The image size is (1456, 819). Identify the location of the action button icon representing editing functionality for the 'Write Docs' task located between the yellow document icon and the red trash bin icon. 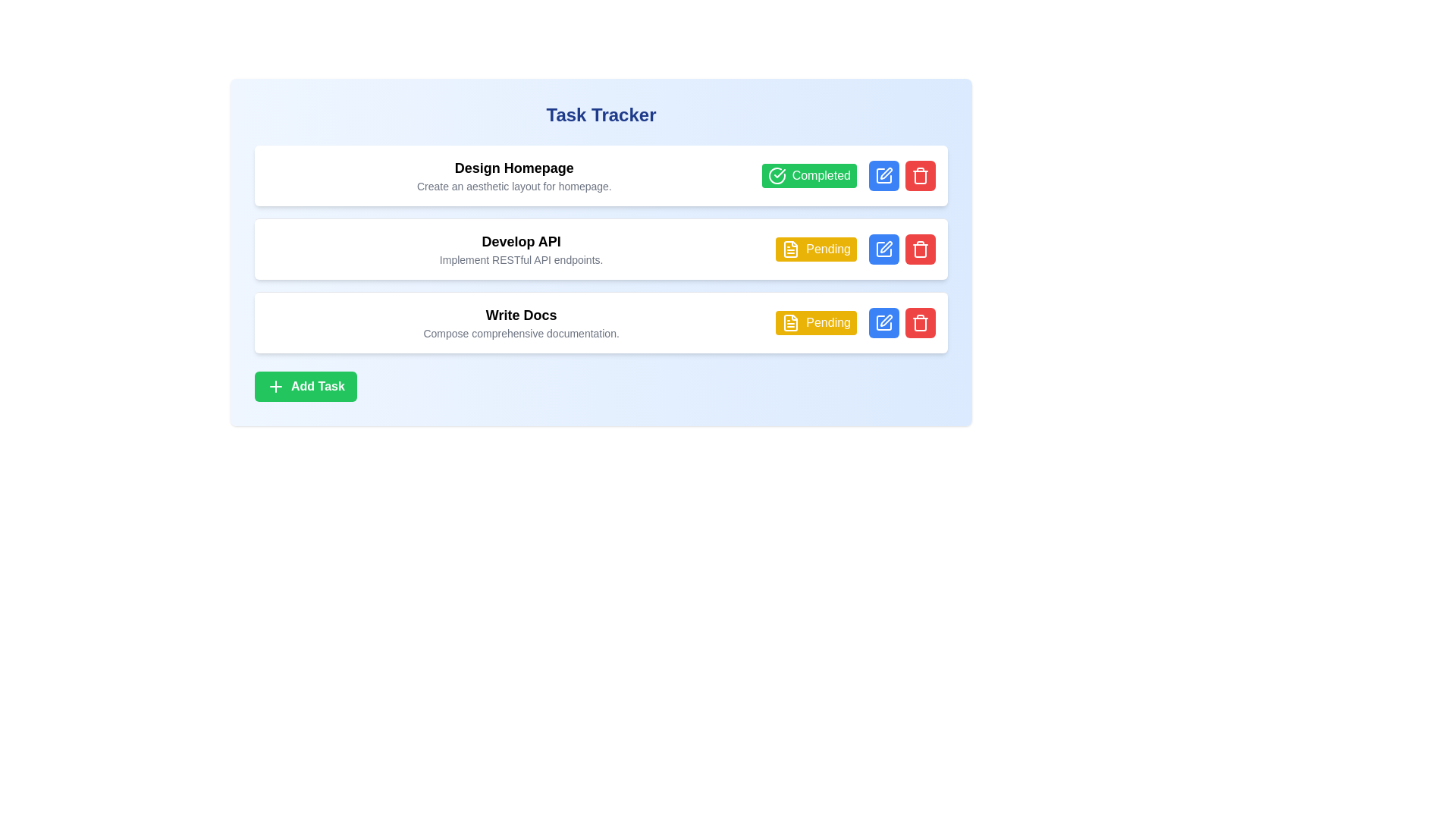
(886, 320).